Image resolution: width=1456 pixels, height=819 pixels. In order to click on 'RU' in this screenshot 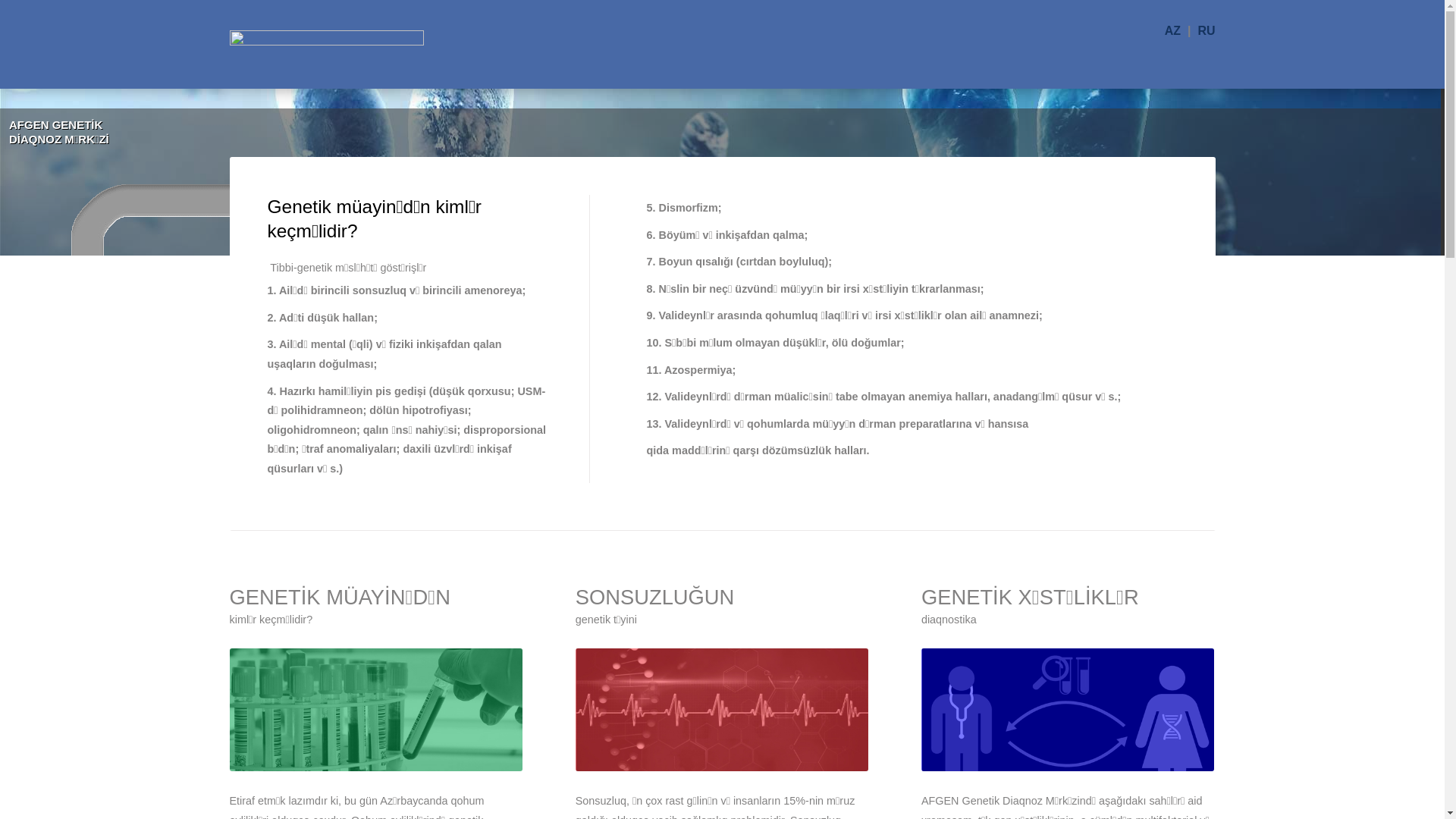, I will do `click(1205, 30)`.